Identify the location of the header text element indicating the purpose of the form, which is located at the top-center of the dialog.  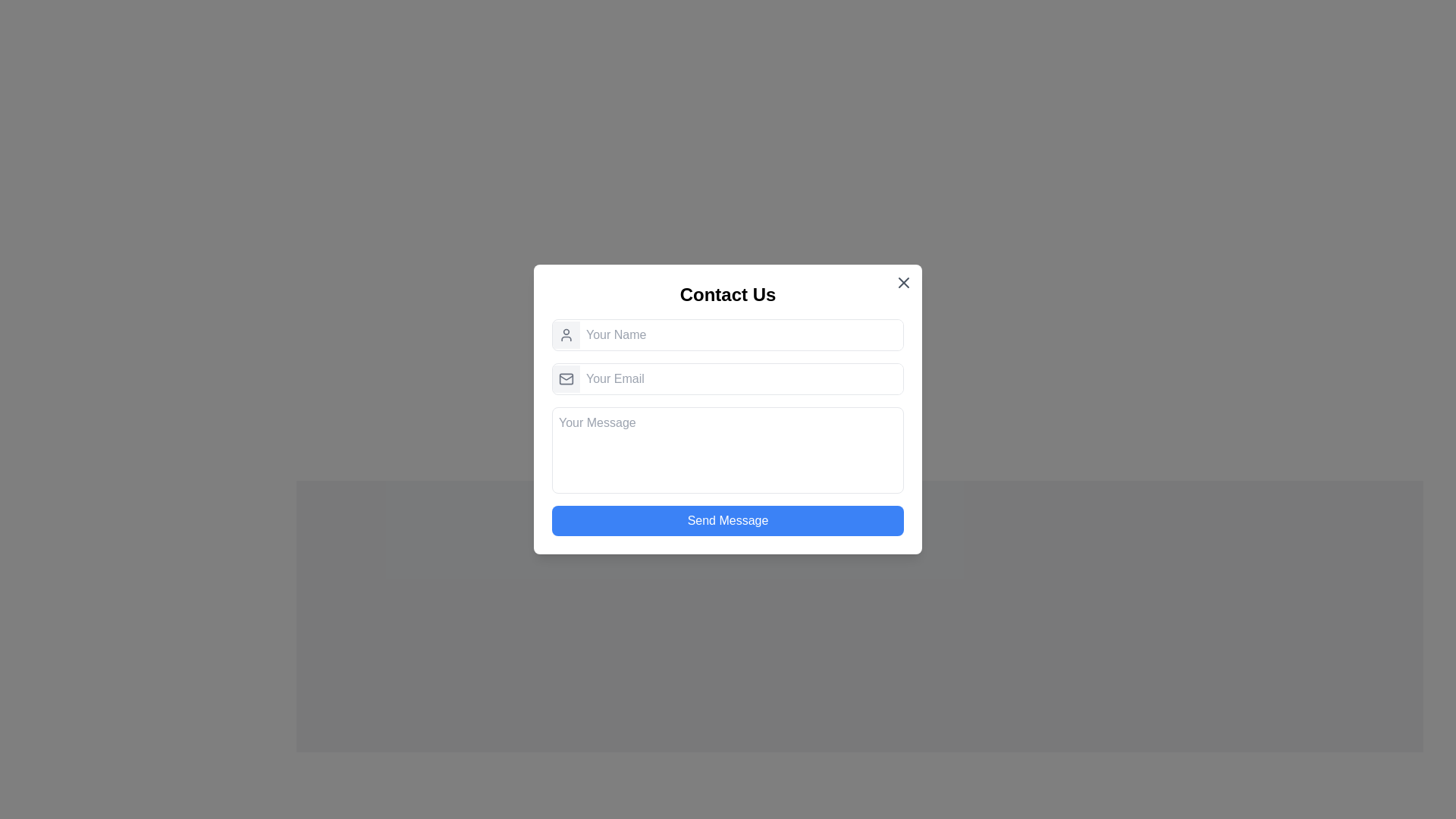
(728, 295).